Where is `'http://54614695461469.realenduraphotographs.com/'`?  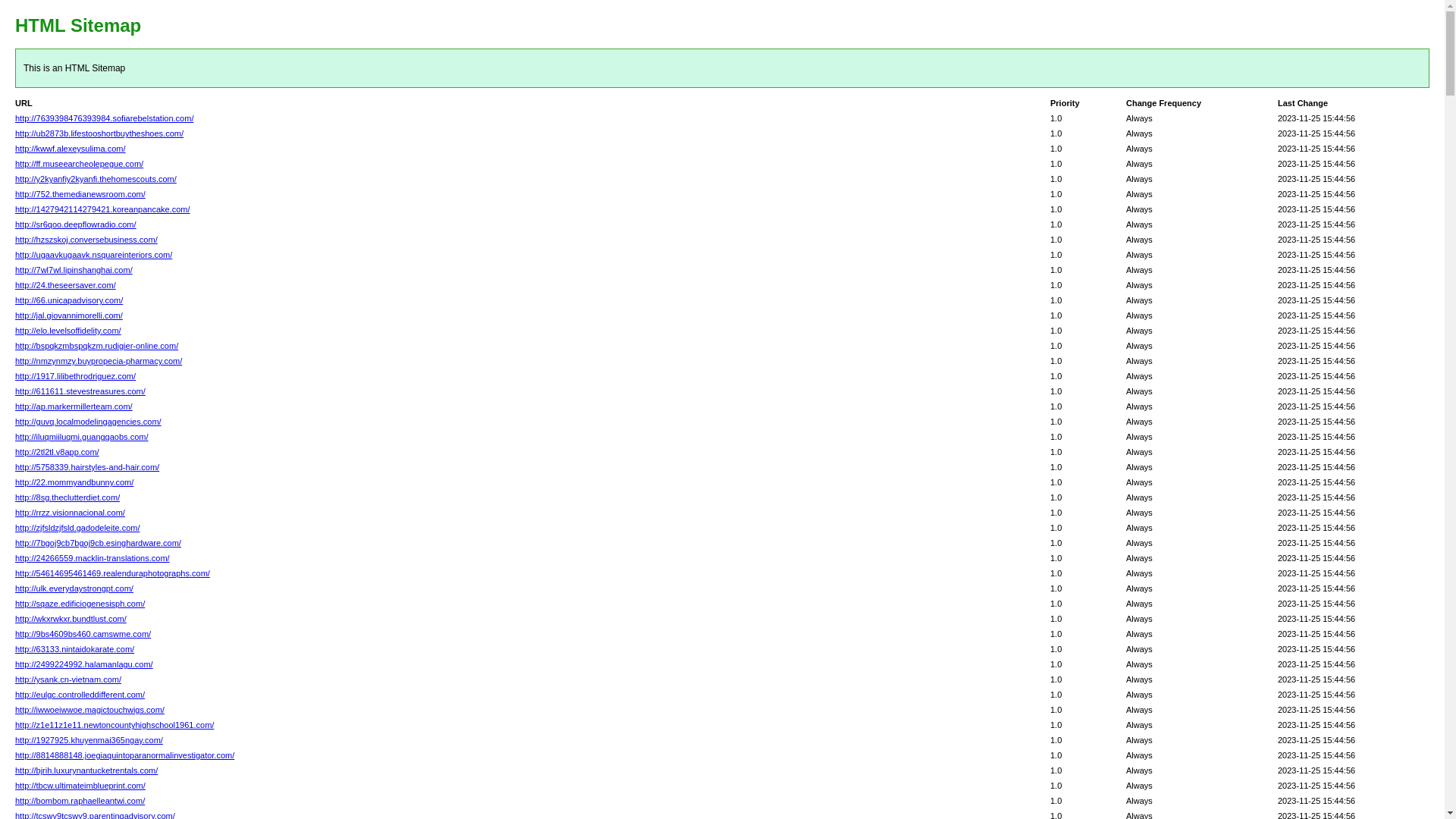
'http://54614695461469.realenduraphotographs.com/' is located at coordinates (14, 573).